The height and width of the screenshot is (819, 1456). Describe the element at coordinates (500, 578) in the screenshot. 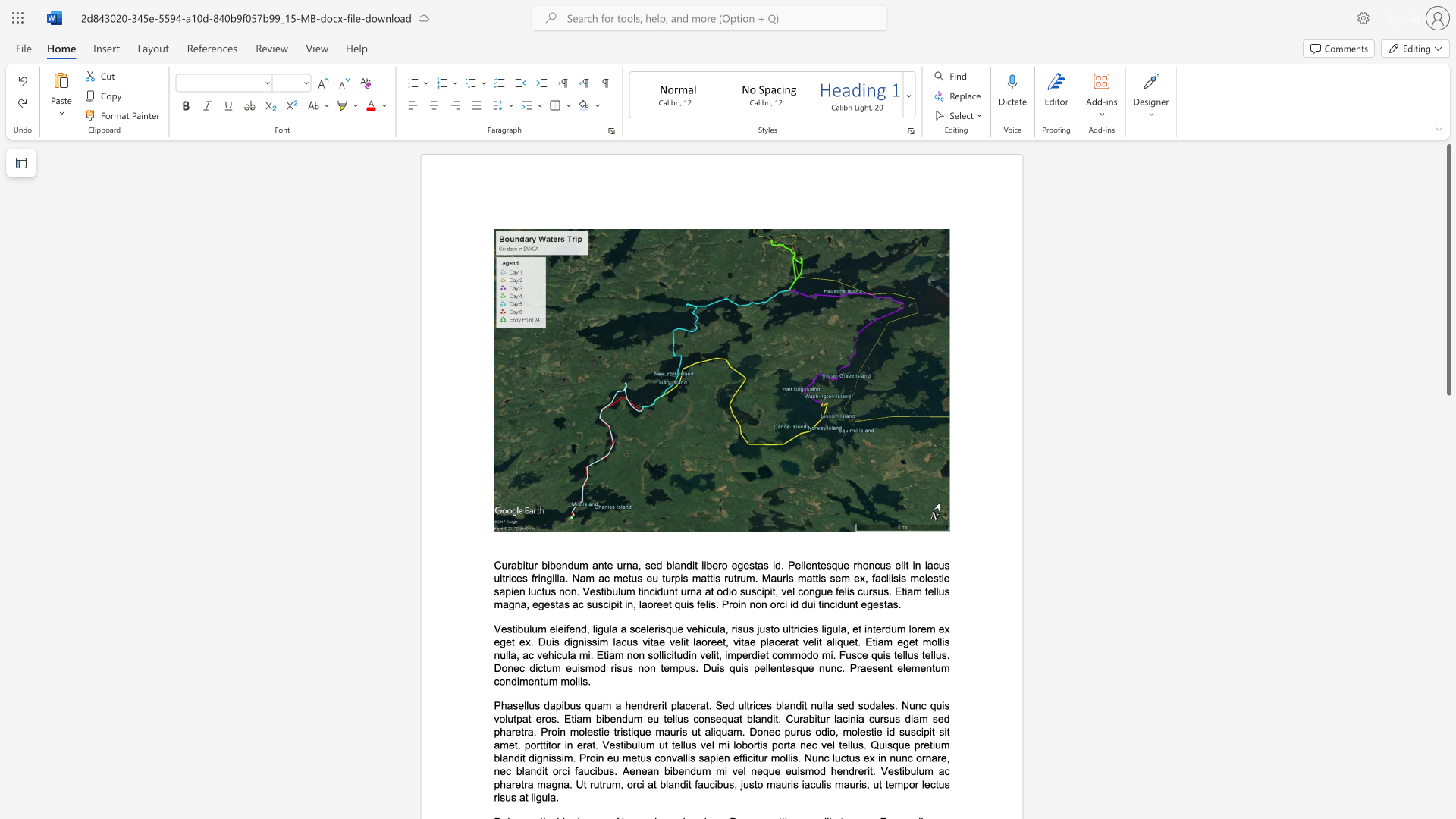

I see `the subset text "ltrices fringilla. Nam ac metus eu turpis mattis rutrum. Mauris mattis sem ex, facilisis molestie sapien luctus non. Vestibulum tincidunt urna at odio suscipit, vel congue felis cu" within the text "Curabitur bibendum ante urna, sed blandit libero egestas id. Pellentesque rhoncus elit in lacus ultrices fringilla. Nam ac metus eu turpis mattis rutrum. Mauris mattis sem ex, facilisis molestie sapien luctus non. Vestibulum tincidunt urna at odio suscipit, vel congue felis cursus. Etiam tellus magna, egestas ac suscipit in, laoreet quis felis. Proin non orci id dui tincidunt egestas."` at that location.